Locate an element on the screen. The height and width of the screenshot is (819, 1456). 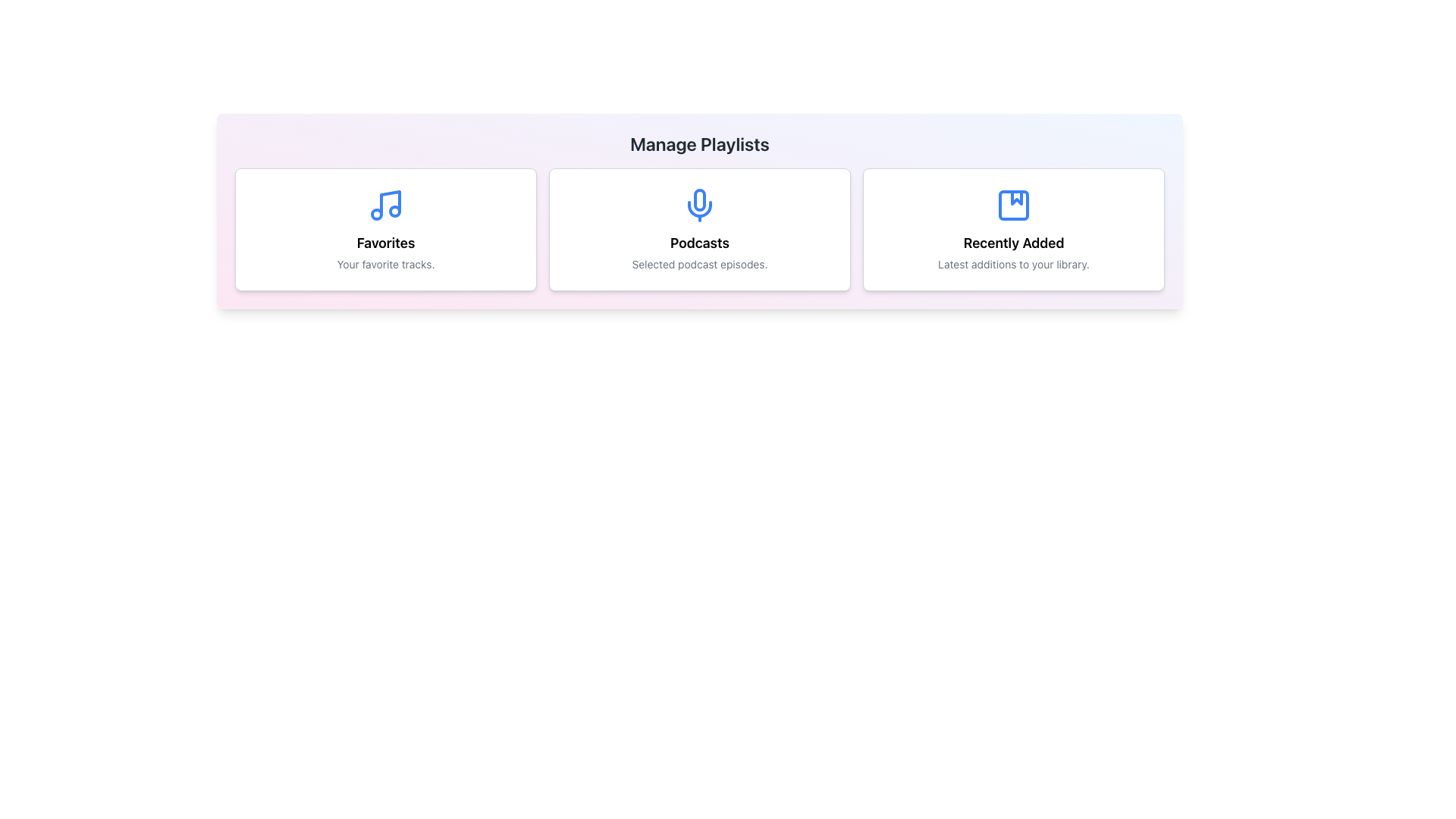
the text element that reads 'Latest additions to your library.' which is located beneath the title 'Recently Added' in a bordered card on the rightmost side of the layout is located at coordinates (1013, 263).